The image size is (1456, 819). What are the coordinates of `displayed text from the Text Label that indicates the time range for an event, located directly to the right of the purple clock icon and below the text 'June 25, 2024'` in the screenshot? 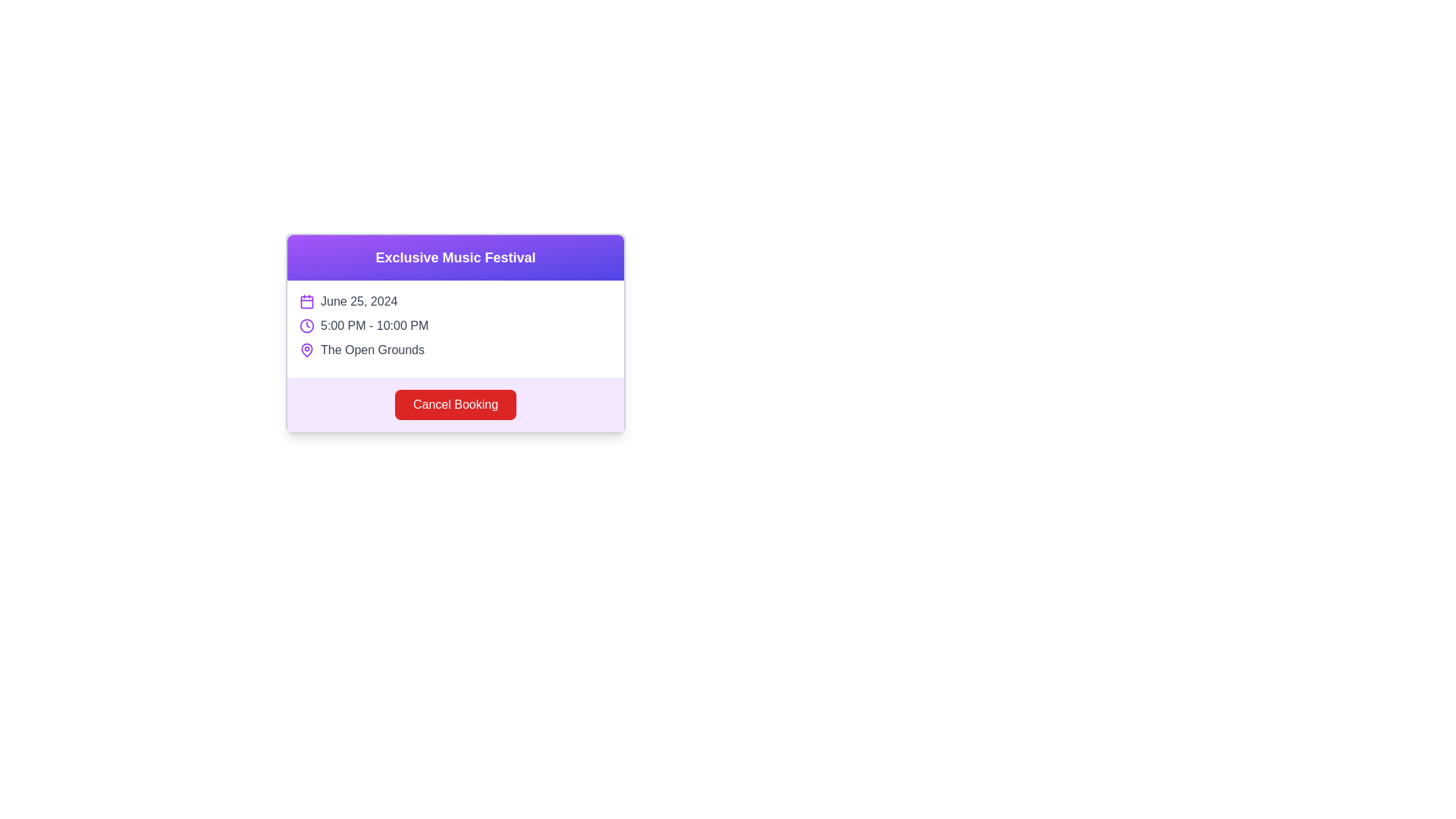 It's located at (375, 325).